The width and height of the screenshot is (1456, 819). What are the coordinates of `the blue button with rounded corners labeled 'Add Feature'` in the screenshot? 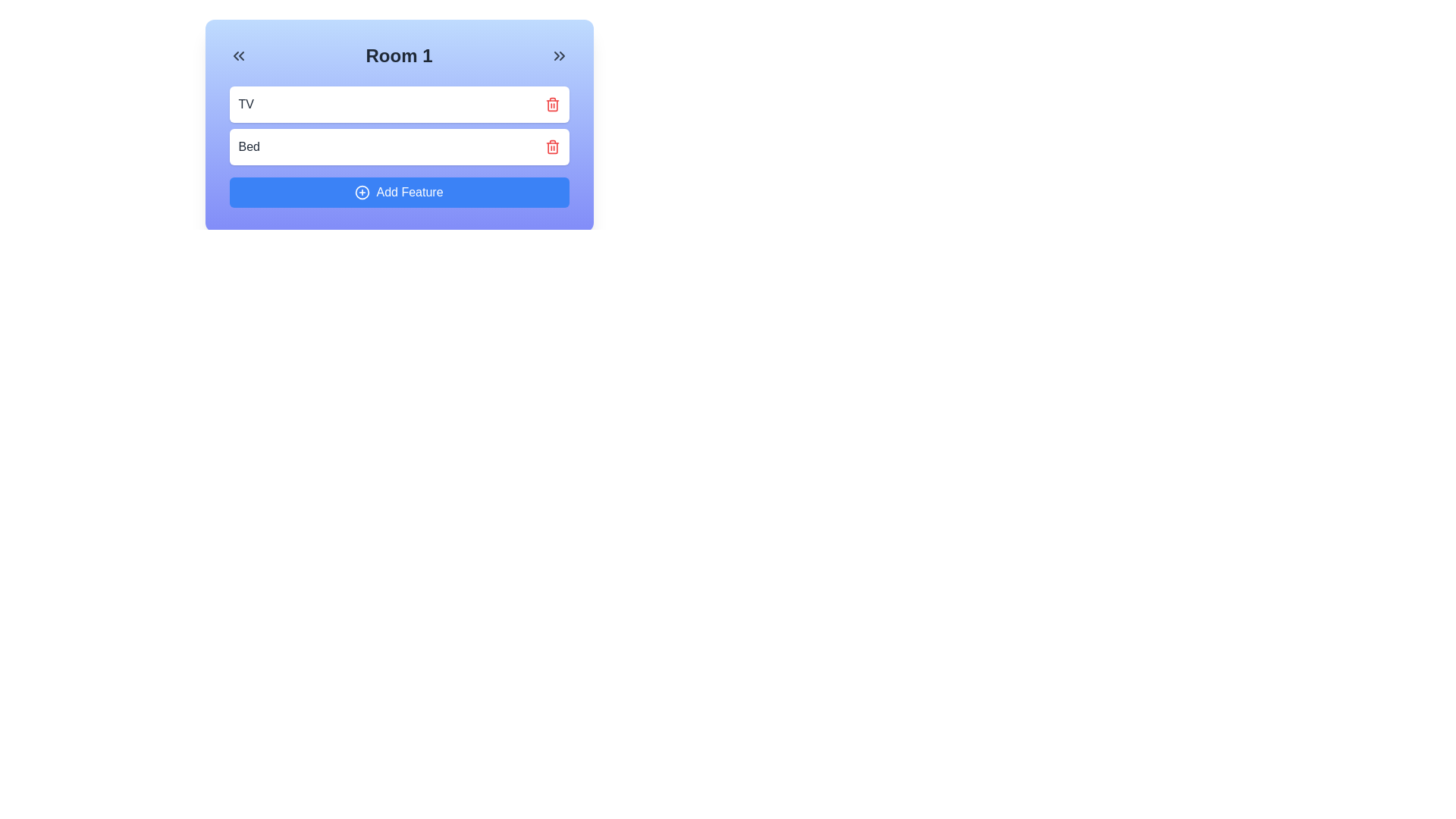 It's located at (399, 192).